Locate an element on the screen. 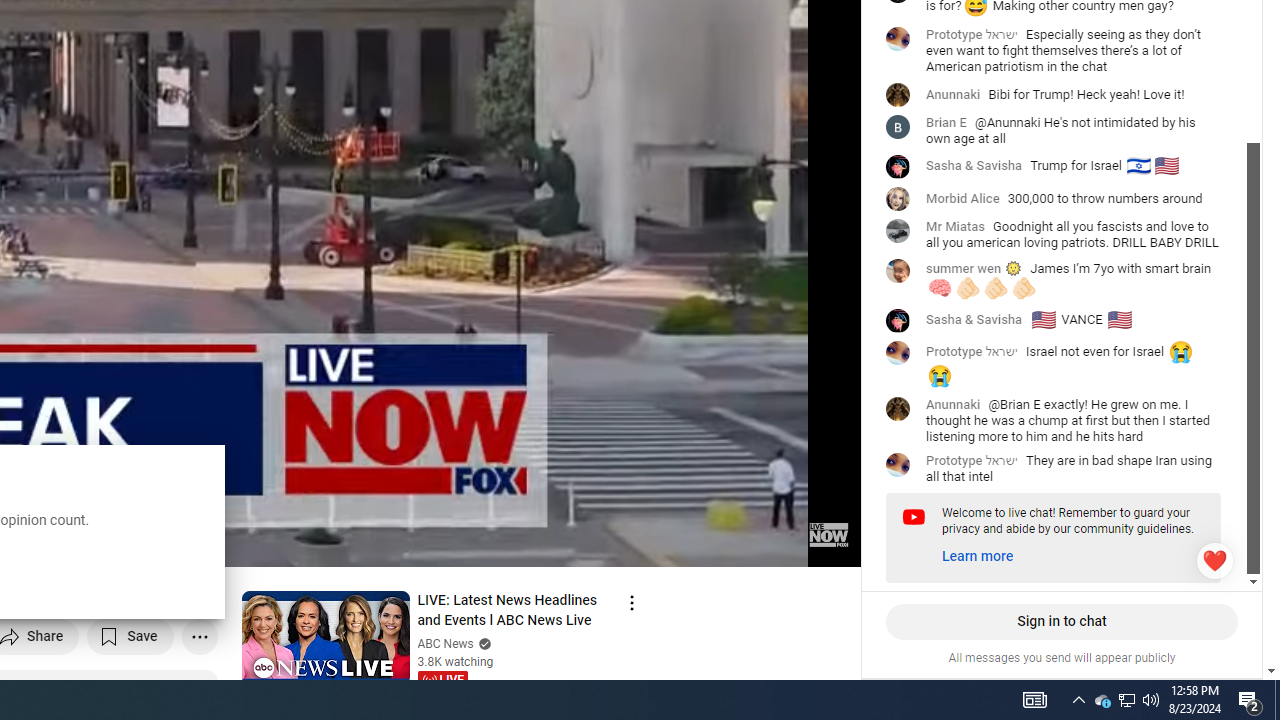  'Sign in to chat' is located at coordinates (1060, 621).